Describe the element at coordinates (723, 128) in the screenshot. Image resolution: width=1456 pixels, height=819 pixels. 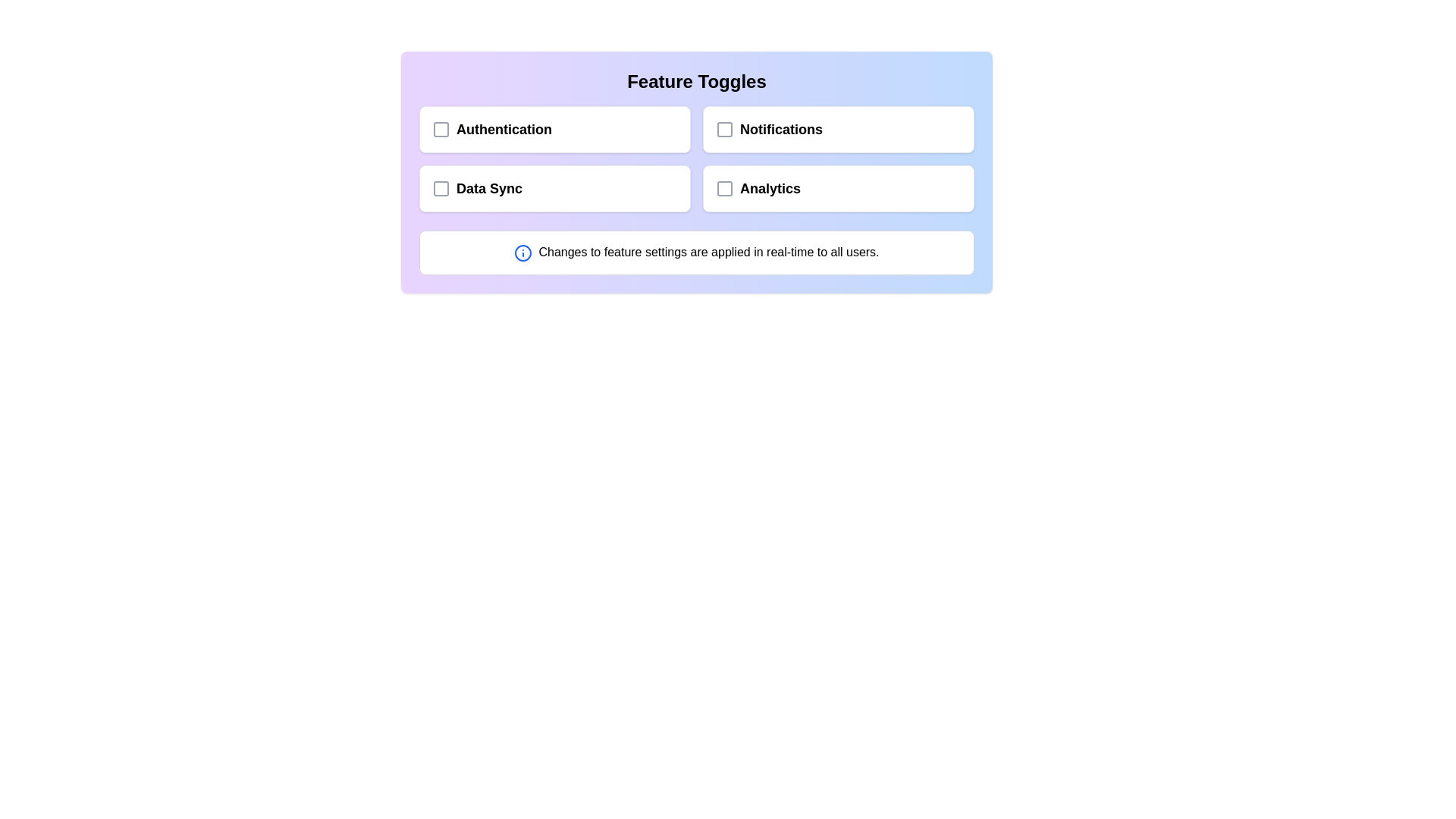
I see `the toggleable 'Notifications' checkbox located to the left of the text label to change its state` at that location.